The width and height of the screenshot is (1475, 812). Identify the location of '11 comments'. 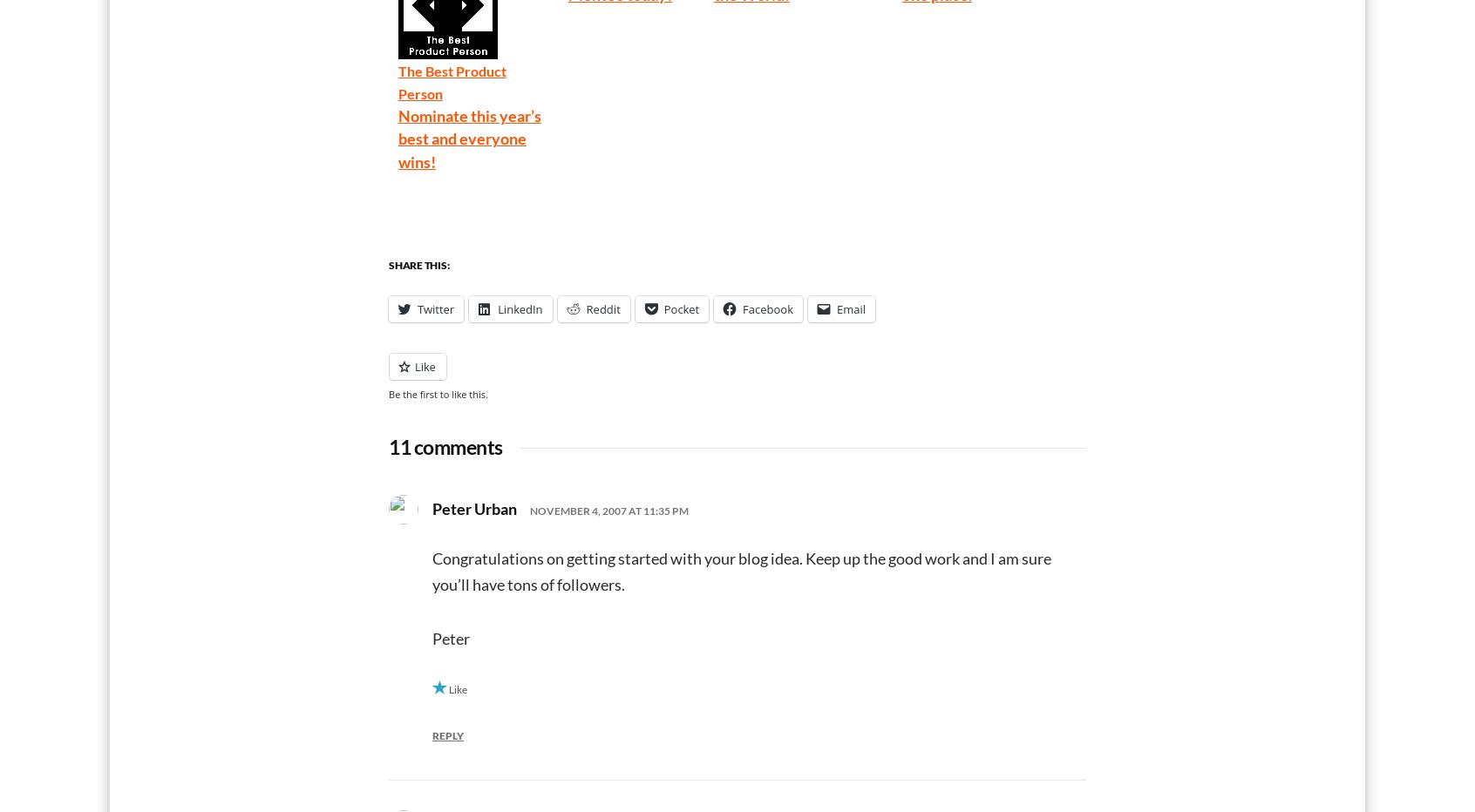
(445, 445).